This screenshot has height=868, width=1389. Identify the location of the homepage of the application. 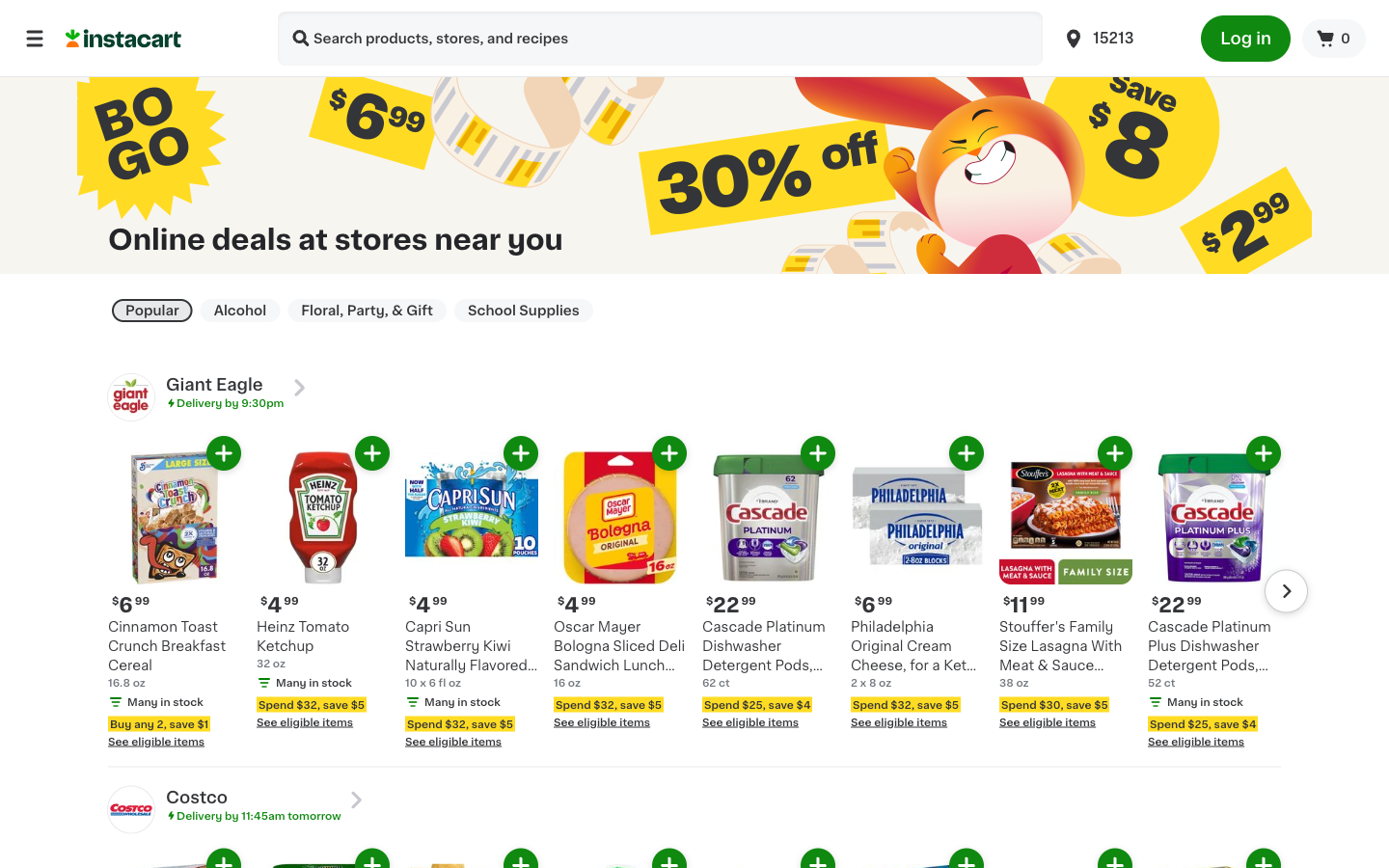
(34, 37).